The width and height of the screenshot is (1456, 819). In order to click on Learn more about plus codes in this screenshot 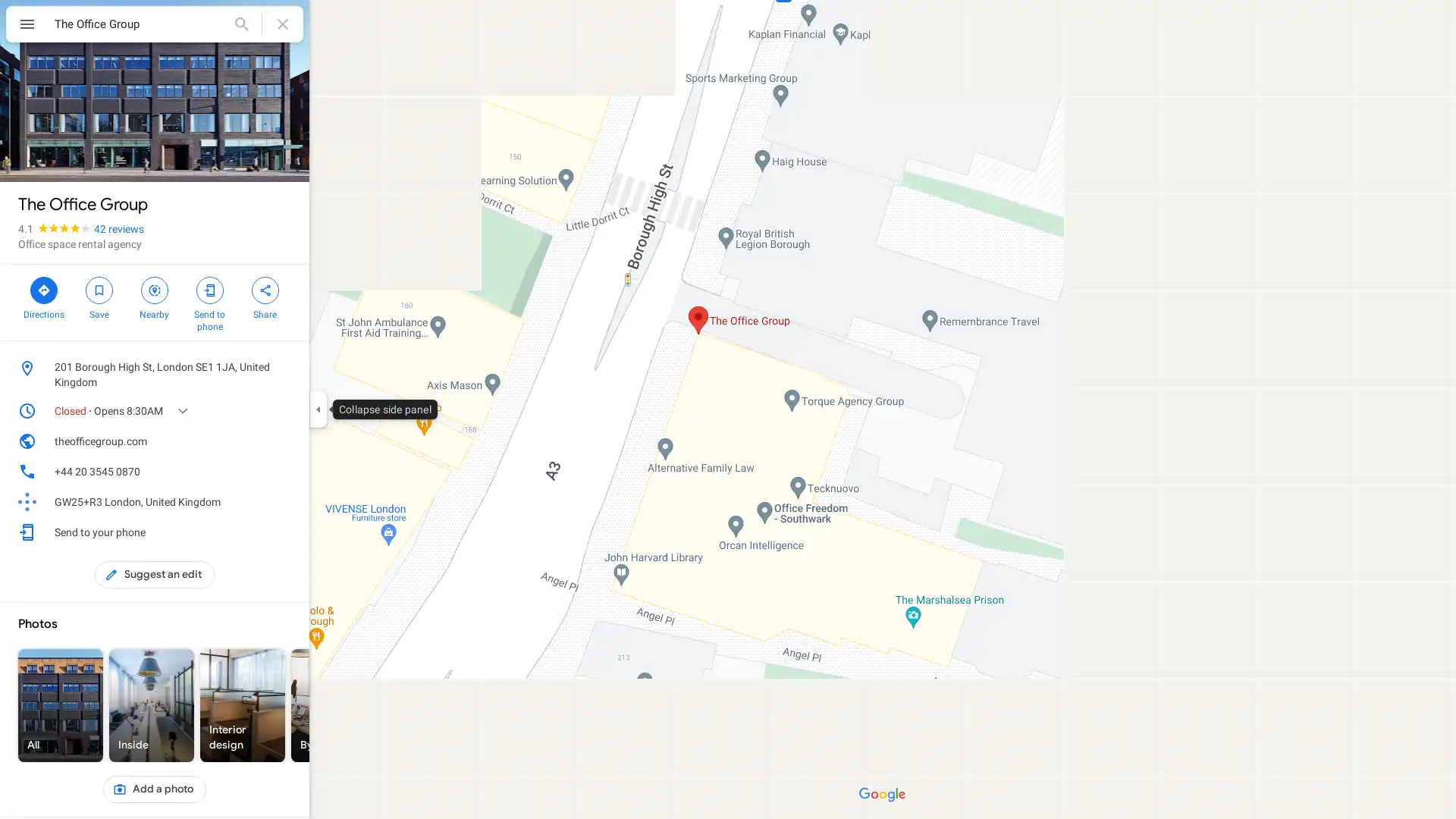, I will do `click(284, 502)`.